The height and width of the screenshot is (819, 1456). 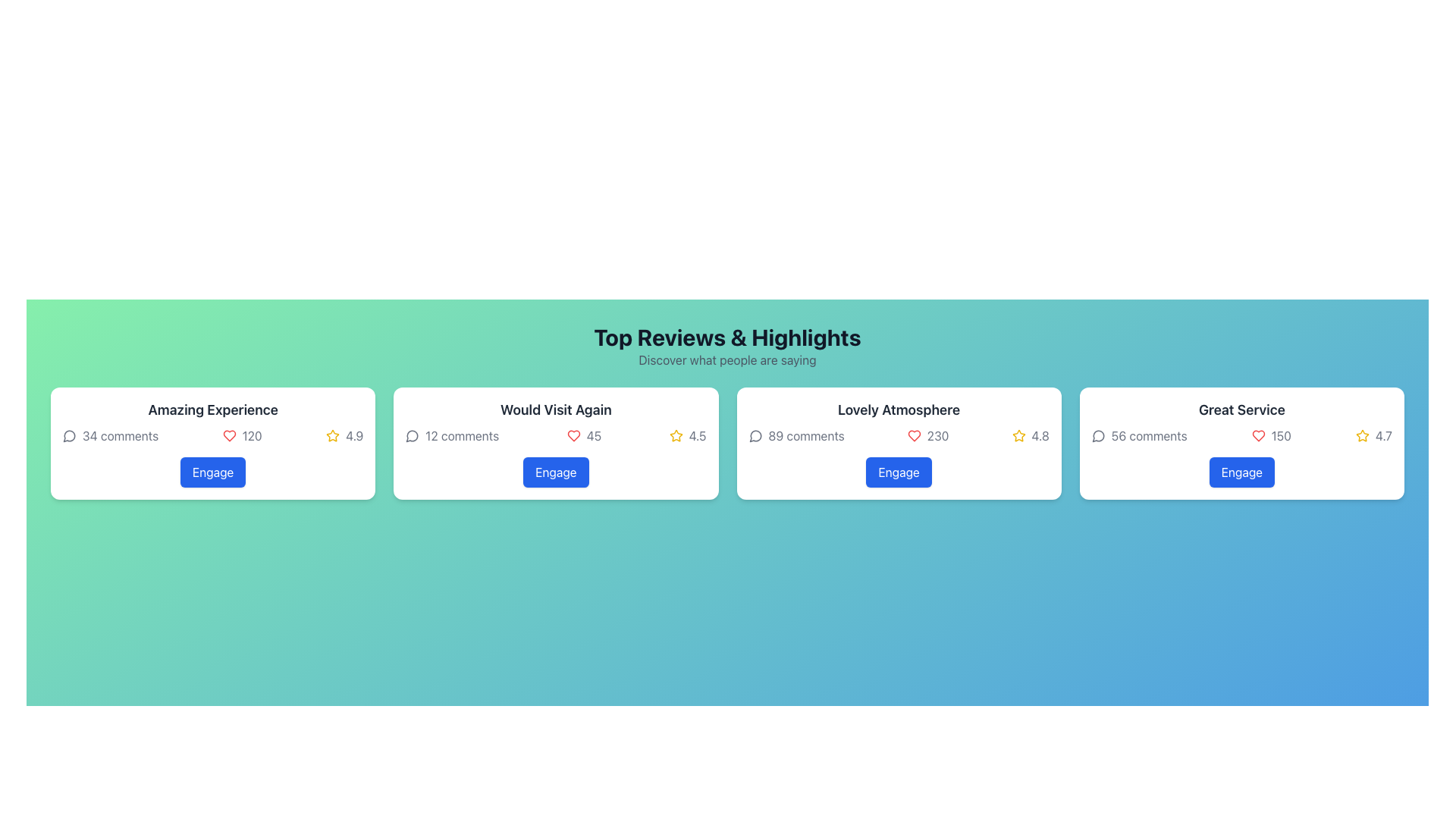 I want to click on the Label with Icon displaying '34 comments' next to a small bubble-shaped icon, styled in gray, located under the heading 'Amazing Experience', so click(x=110, y=435).